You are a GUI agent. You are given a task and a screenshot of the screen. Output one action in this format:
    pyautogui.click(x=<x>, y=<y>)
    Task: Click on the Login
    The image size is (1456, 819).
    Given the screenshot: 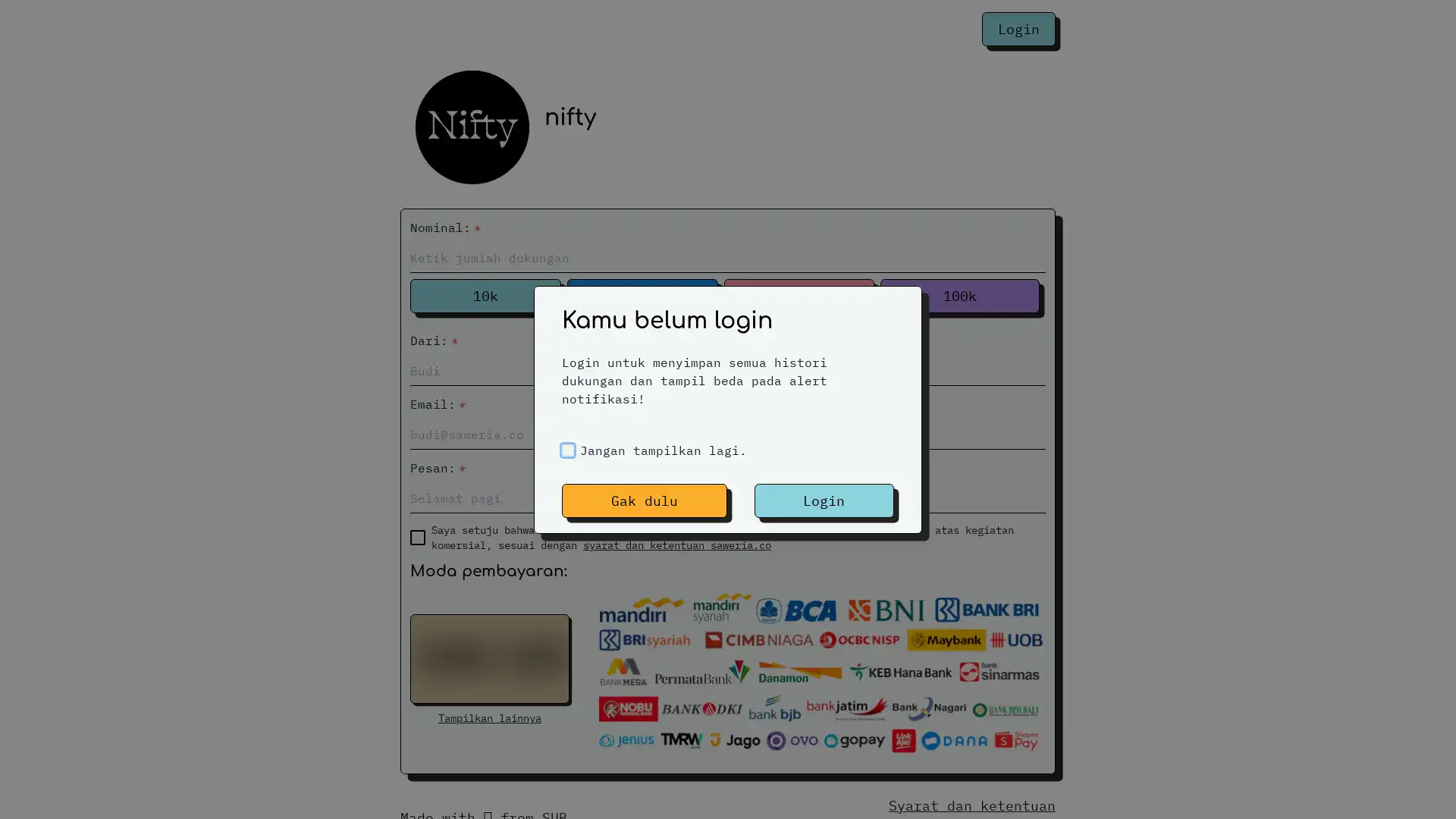 What is the action you would take?
    pyautogui.click(x=823, y=500)
    